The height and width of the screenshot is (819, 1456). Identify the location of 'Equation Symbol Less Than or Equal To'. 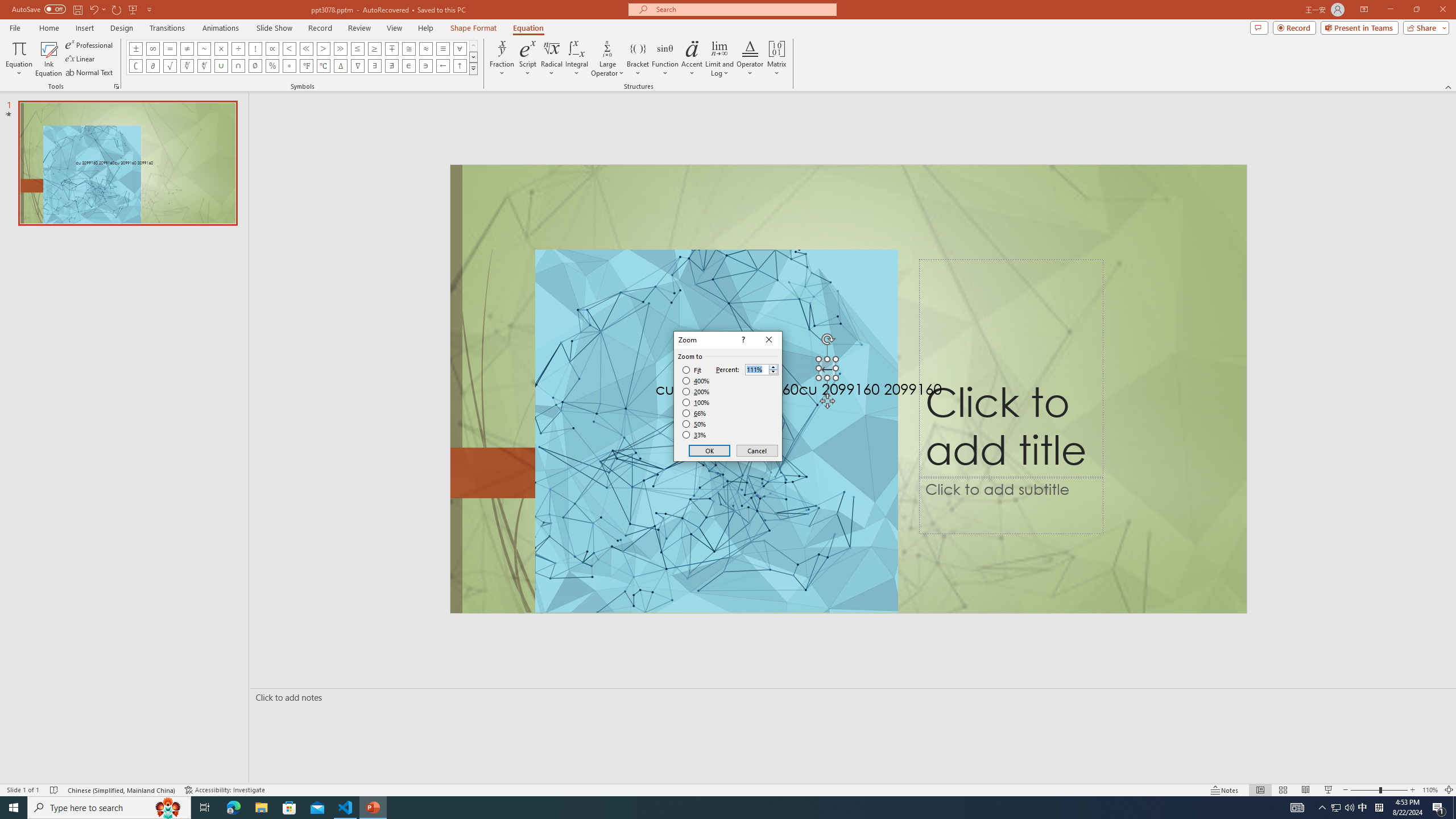
(357, 48).